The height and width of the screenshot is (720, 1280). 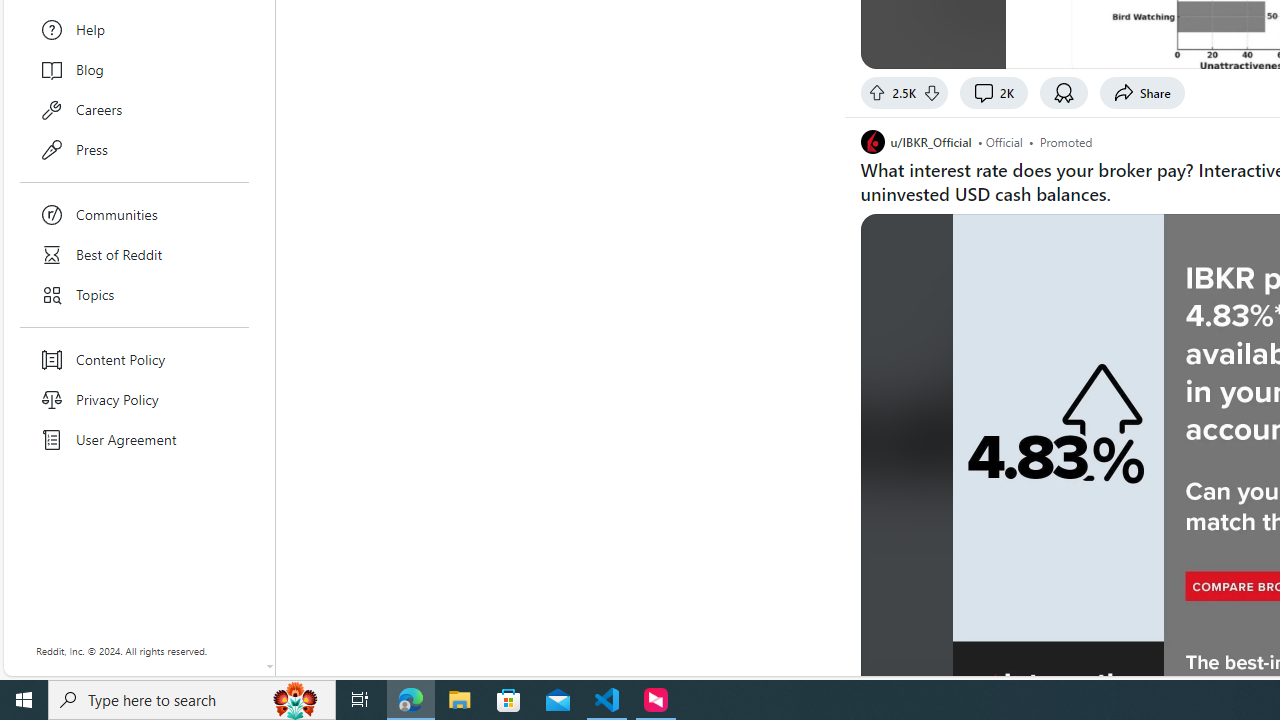 What do you see at coordinates (876, 92) in the screenshot?
I see `'Upvote'` at bounding box center [876, 92].